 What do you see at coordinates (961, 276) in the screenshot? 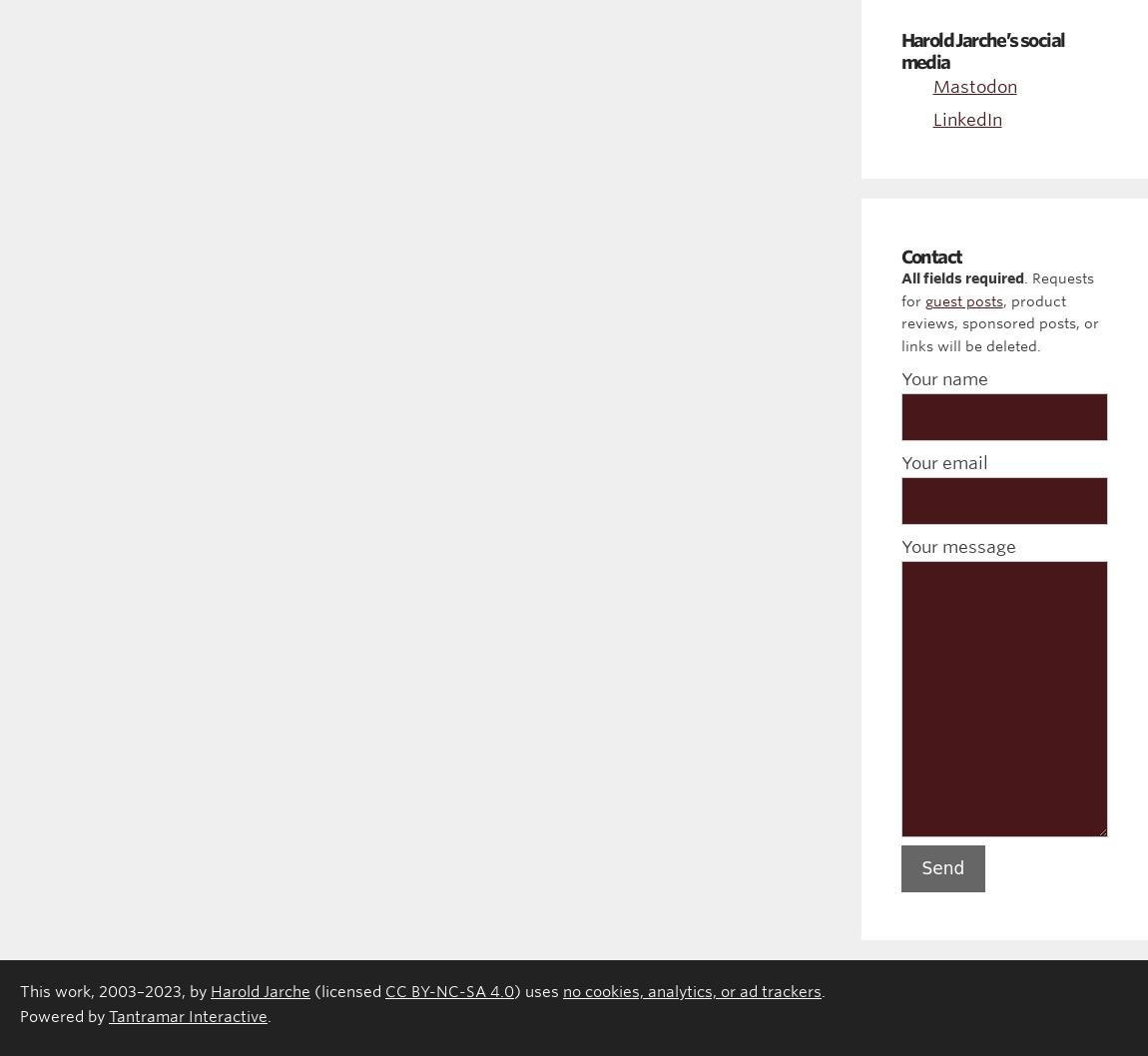
I see `'All fields required'` at bounding box center [961, 276].